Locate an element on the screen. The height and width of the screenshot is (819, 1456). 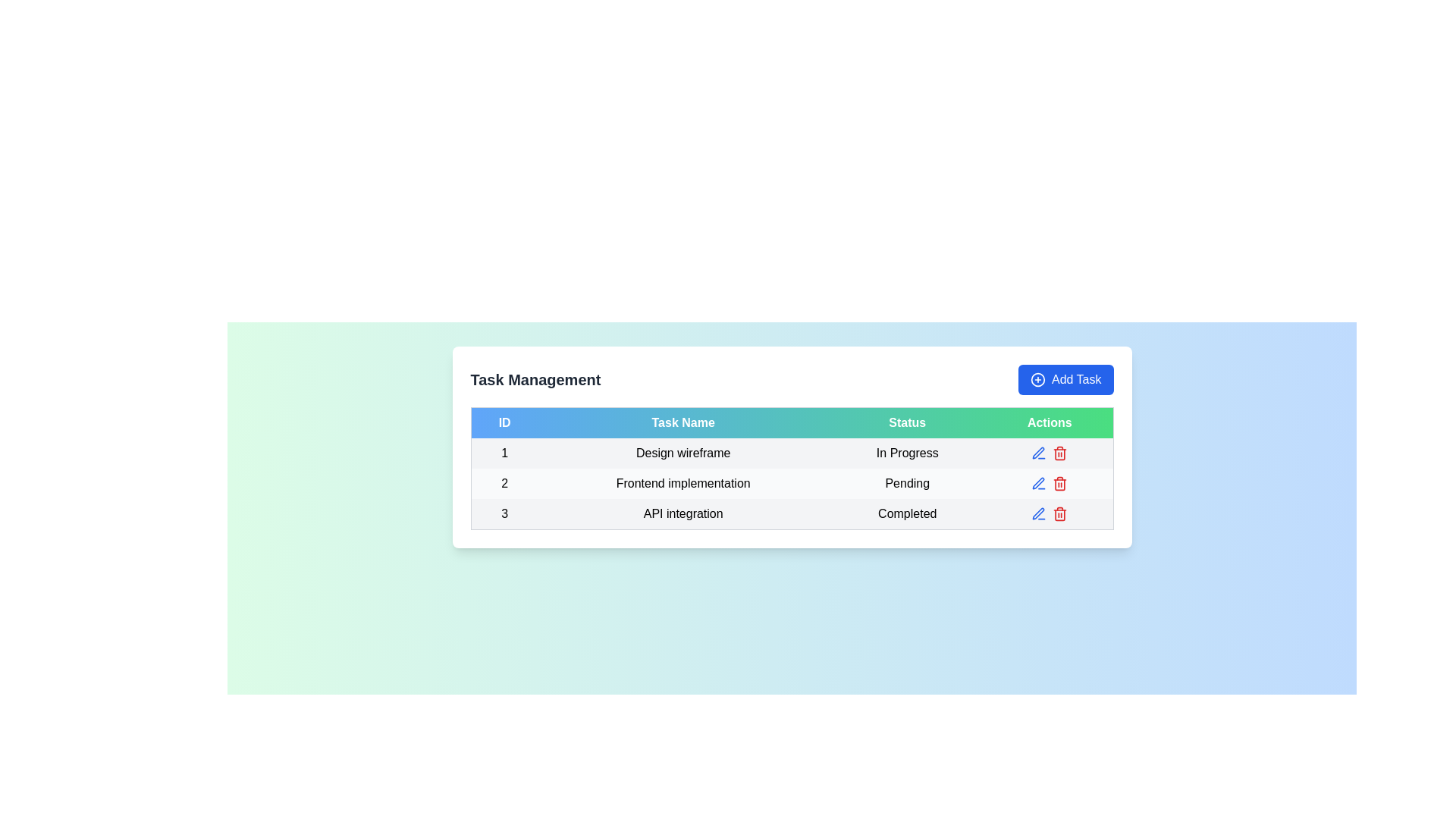
the SVG icon styled as a button component with an outlined circle containing a plus sign, located to the left of the text label within the 'Add Task' button in the top-right corner of the task management interface is located at coordinates (1037, 379).